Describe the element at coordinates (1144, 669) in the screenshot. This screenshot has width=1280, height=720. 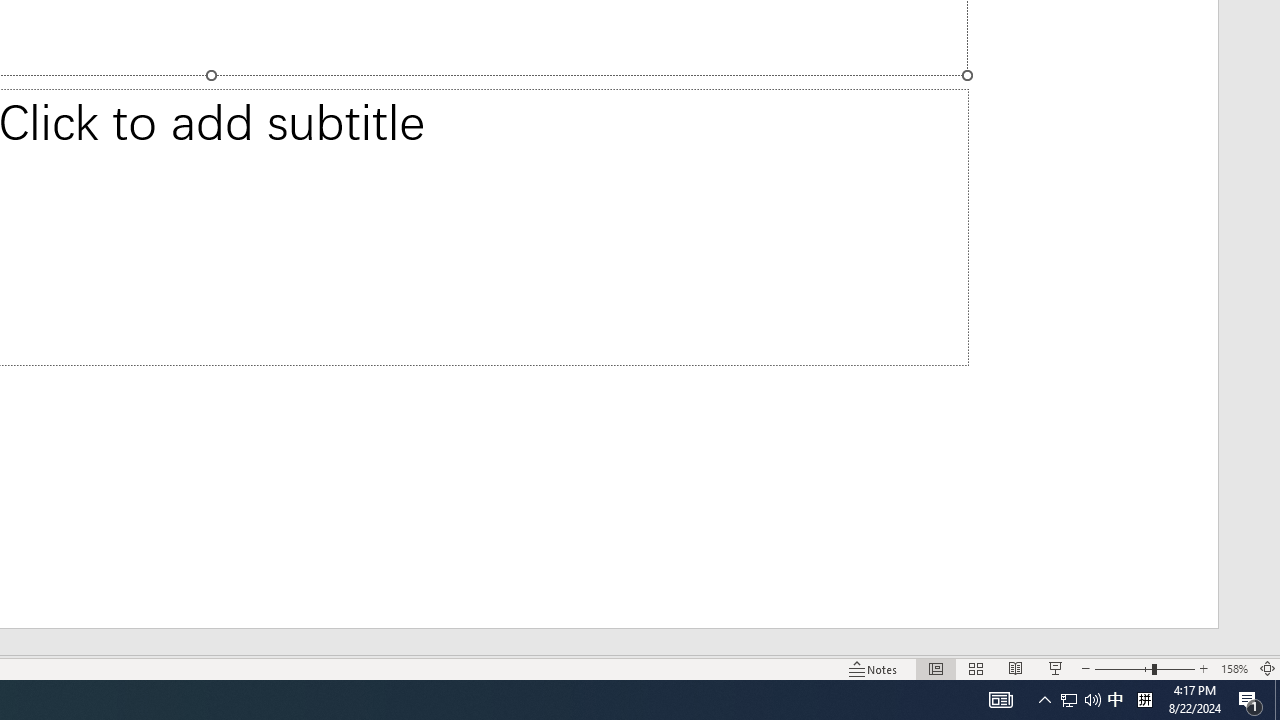
I see `'Zoom'` at that location.